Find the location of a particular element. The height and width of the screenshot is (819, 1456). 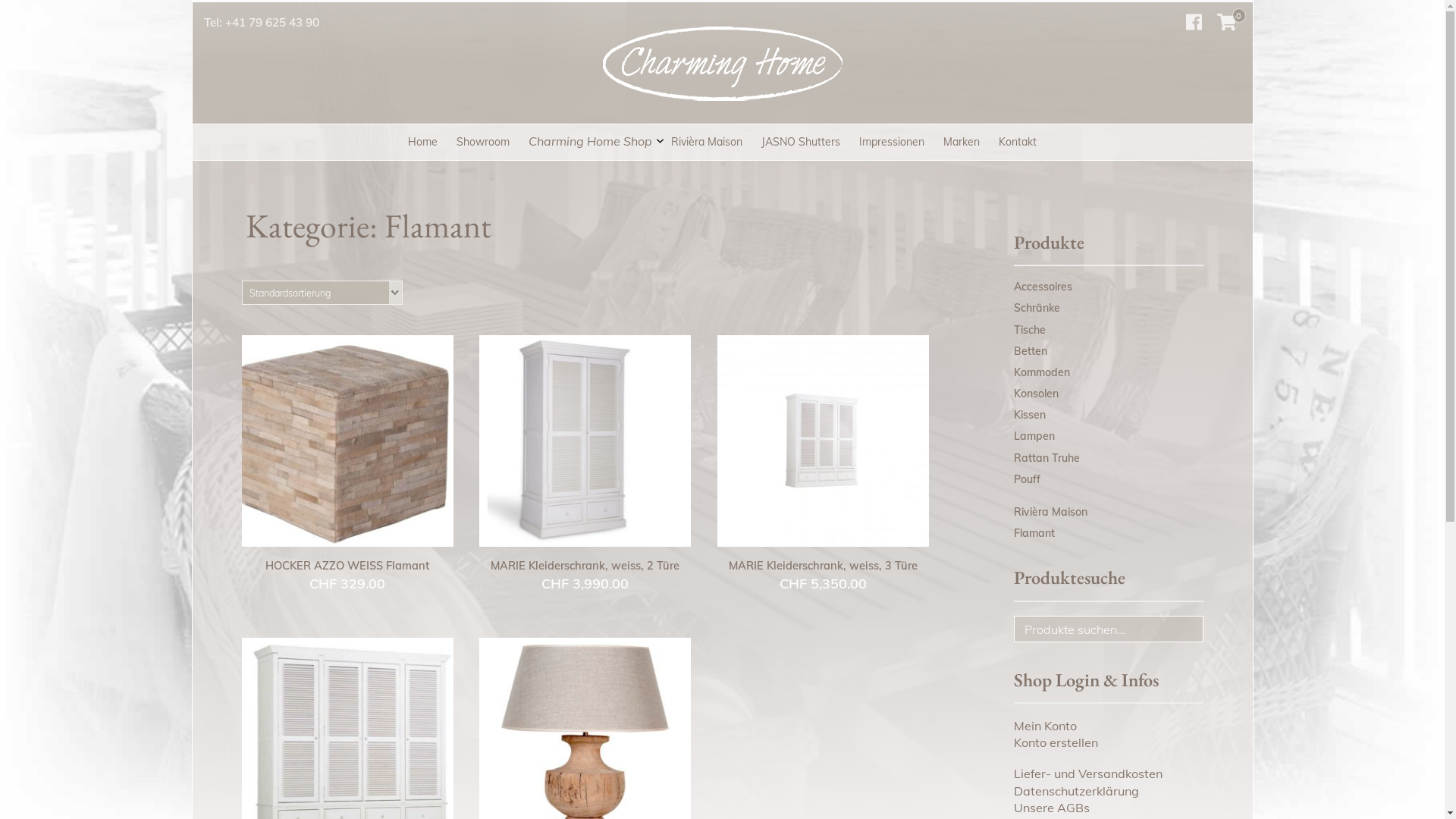

'Betten' is located at coordinates (1030, 350).